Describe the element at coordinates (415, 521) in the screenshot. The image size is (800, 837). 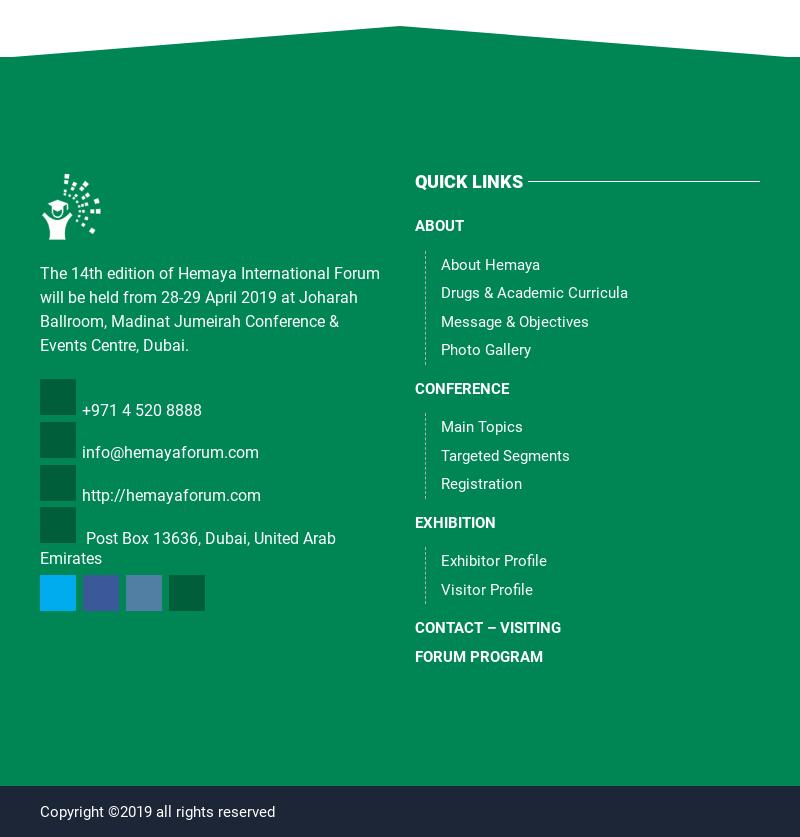
I see `'Exhibition'` at that location.